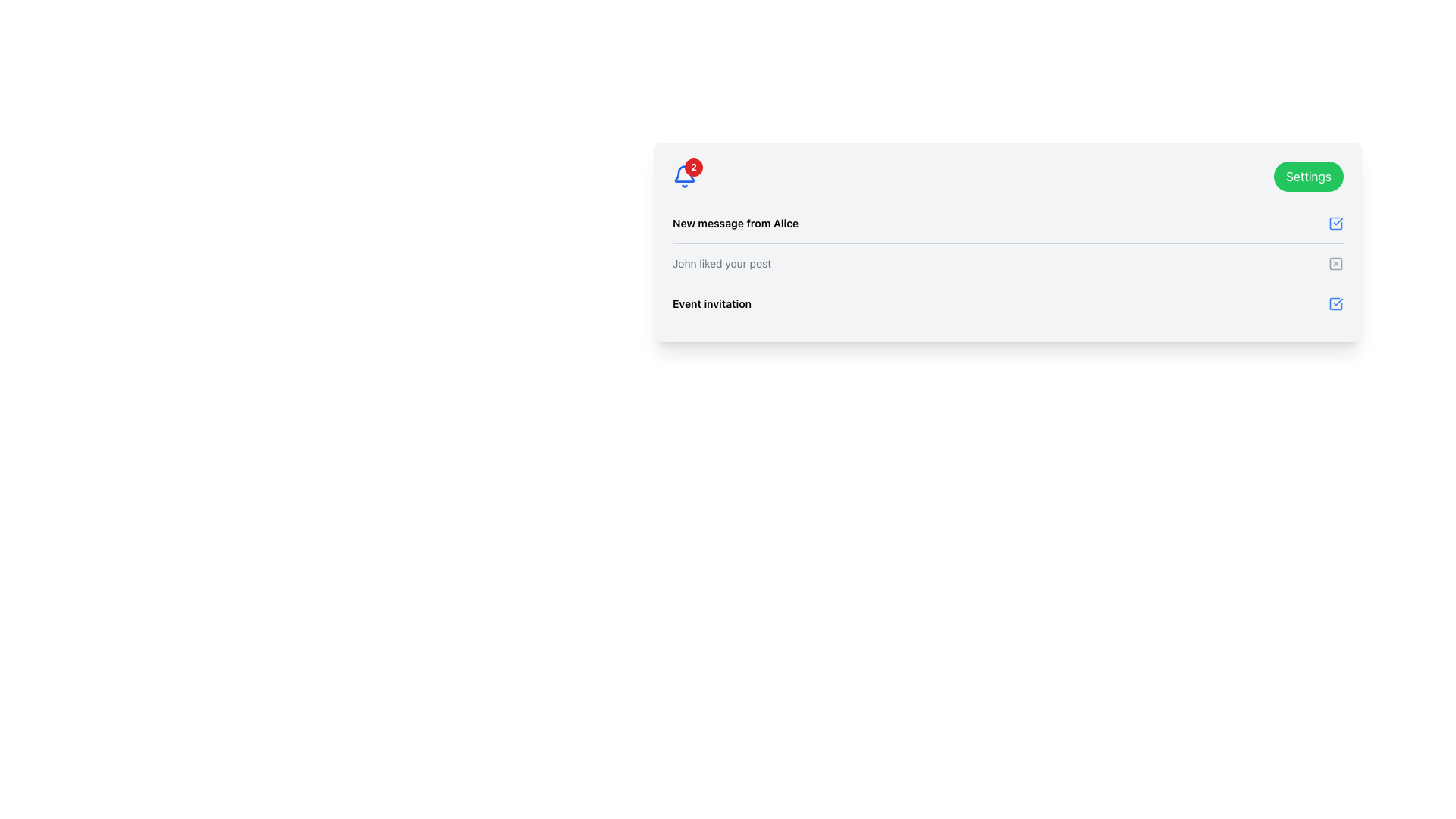  Describe the element at coordinates (1008, 262) in the screenshot. I see `the second notification in the list that displays 'John liked your post', which is positioned between 'New message from Alice' and 'Event invitation'` at that location.